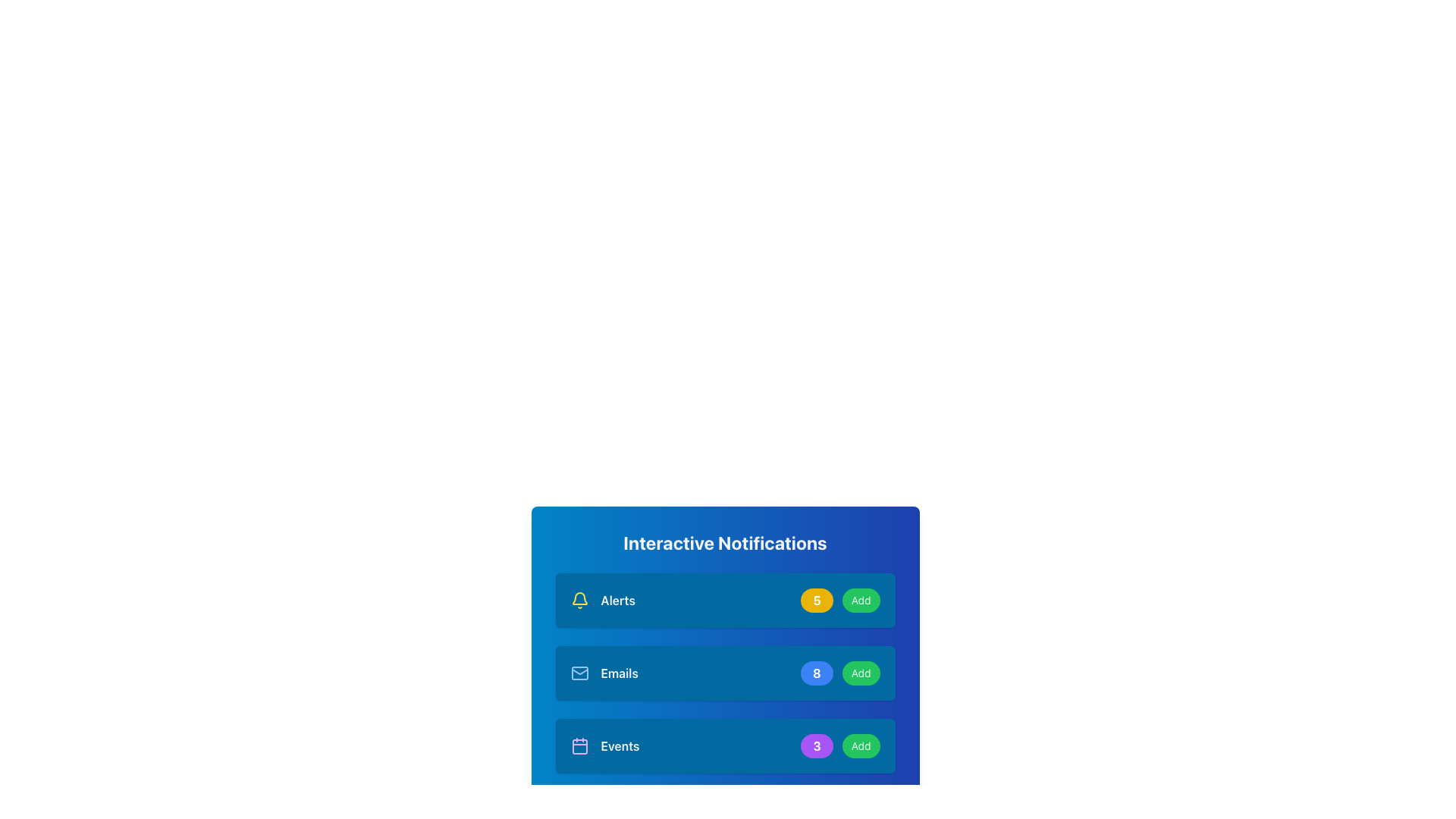 Image resolution: width=1456 pixels, height=819 pixels. Describe the element at coordinates (604, 745) in the screenshot. I see `the 'Events' label with calendar icon for accessibility by moving the cursor to its center point` at that location.